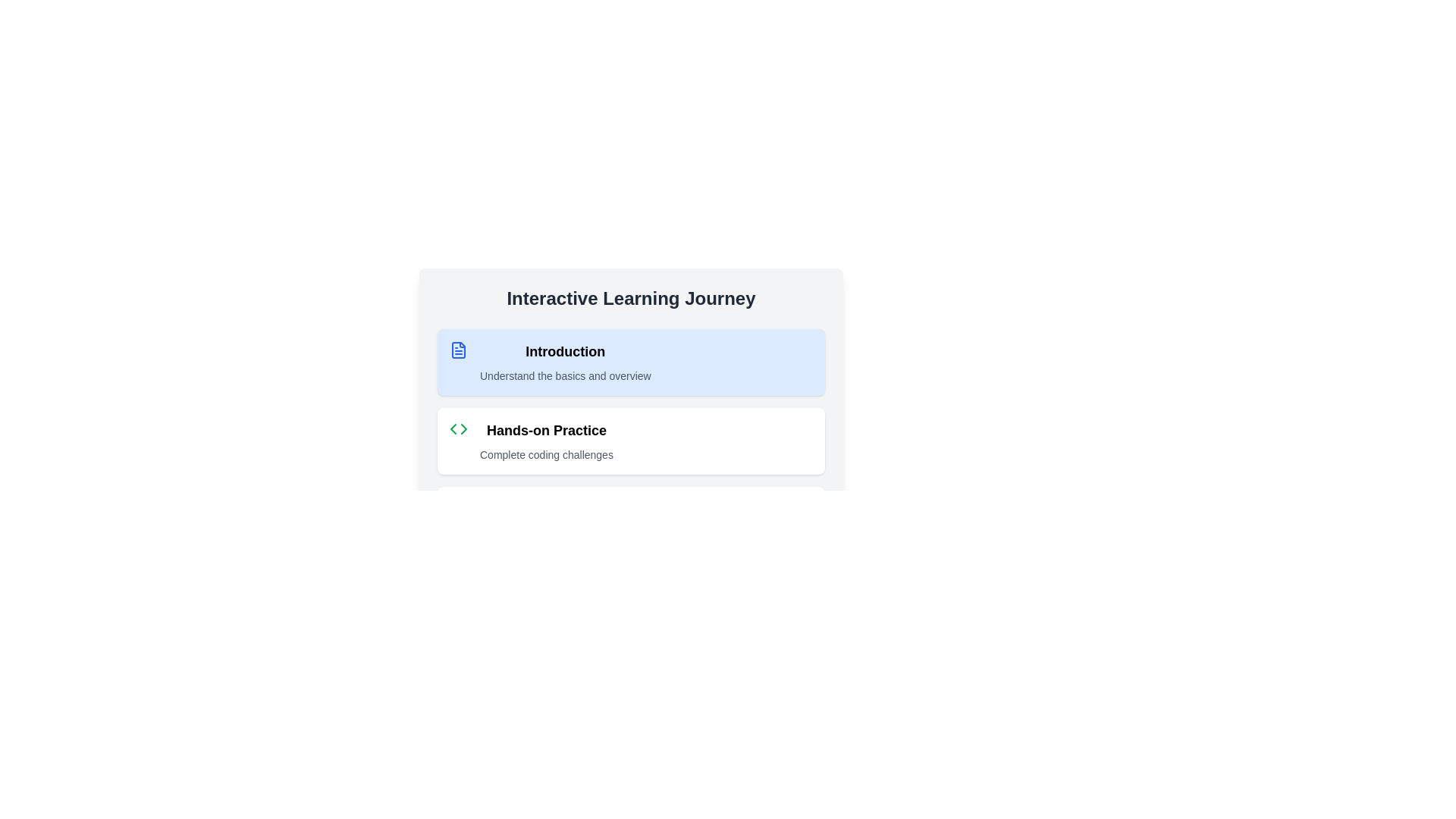 The width and height of the screenshot is (1456, 819). What do you see at coordinates (457, 350) in the screenshot?
I see `the document icon associated with the 'Introduction' list item` at bounding box center [457, 350].